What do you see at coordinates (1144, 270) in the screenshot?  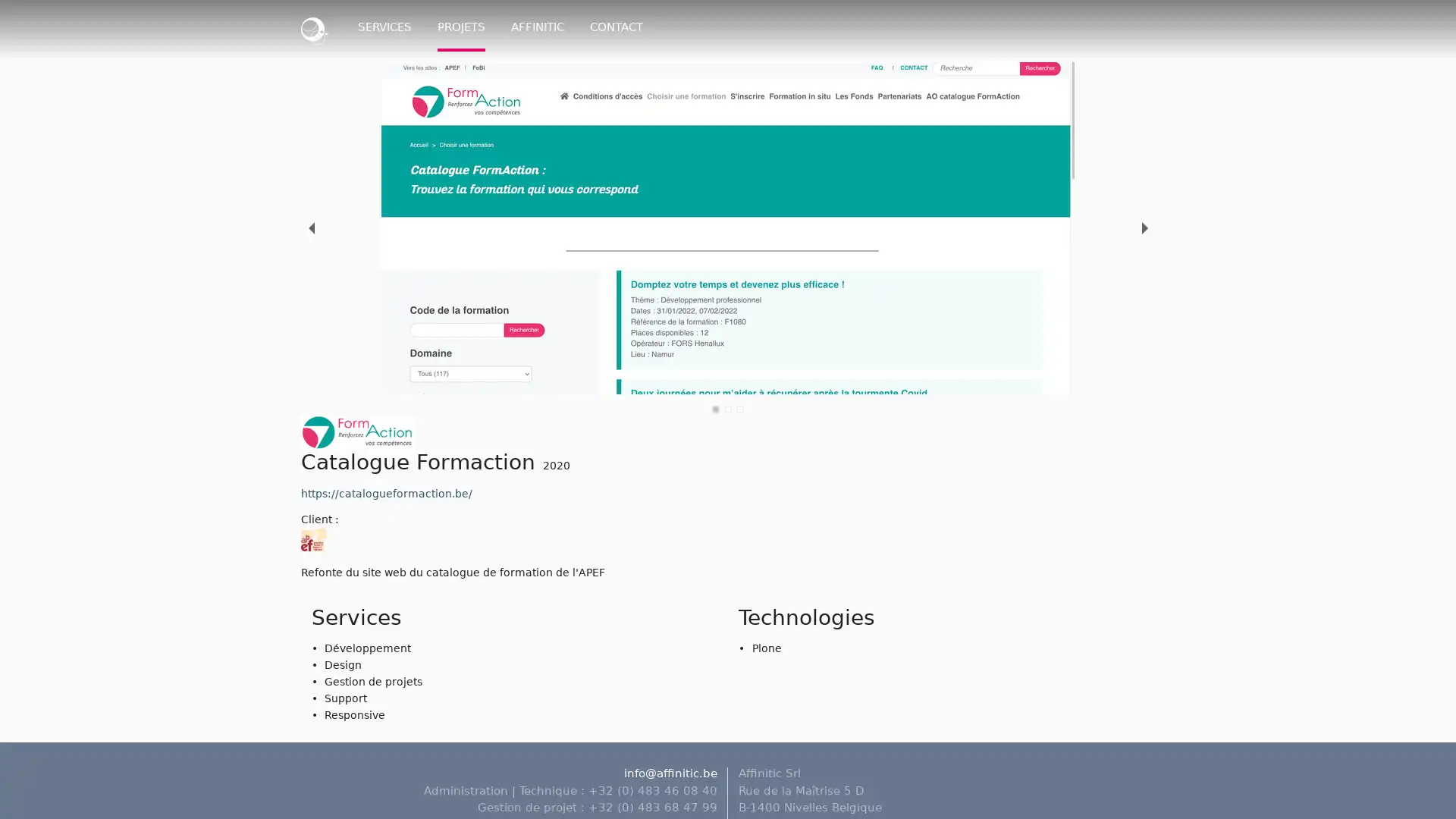 I see `next slide / item` at bounding box center [1144, 270].